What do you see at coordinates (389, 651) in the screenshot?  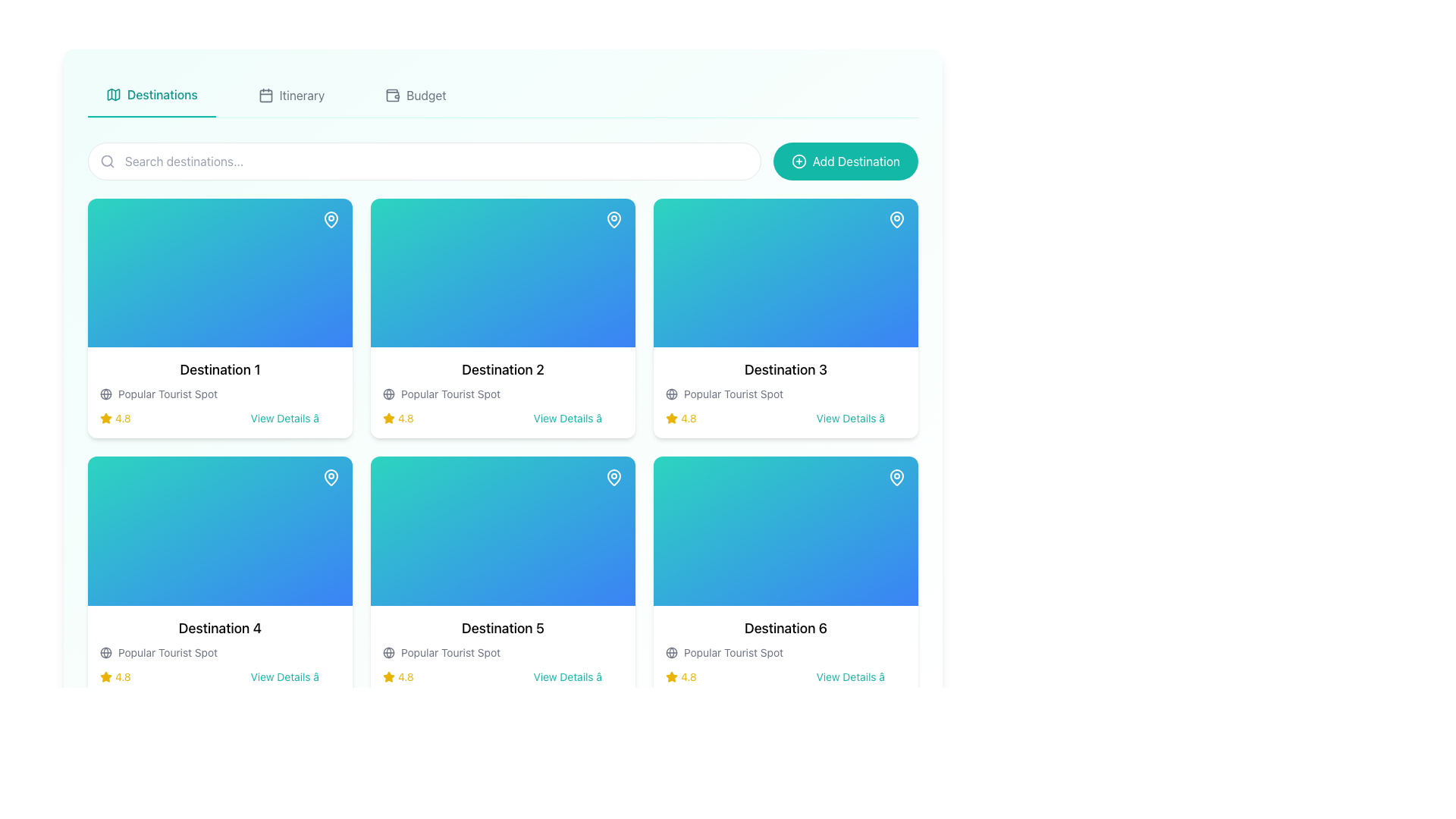 I see `the SVG circle element that serves as an icon for a globe or network, located centrally within the second card of the second row in a grid layout` at bounding box center [389, 651].